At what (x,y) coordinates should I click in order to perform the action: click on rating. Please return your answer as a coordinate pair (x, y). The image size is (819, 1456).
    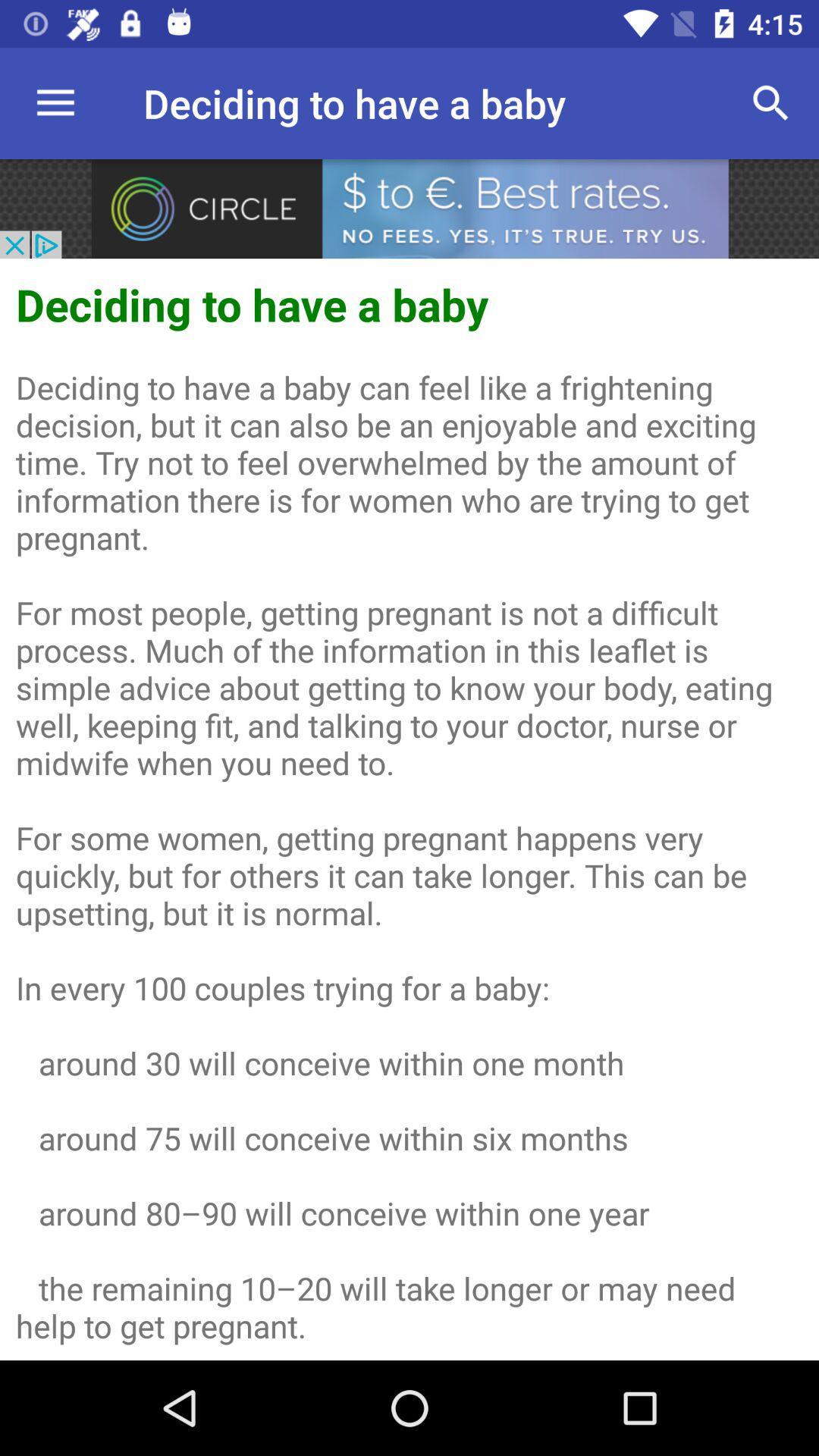
    Looking at the image, I should click on (409, 208).